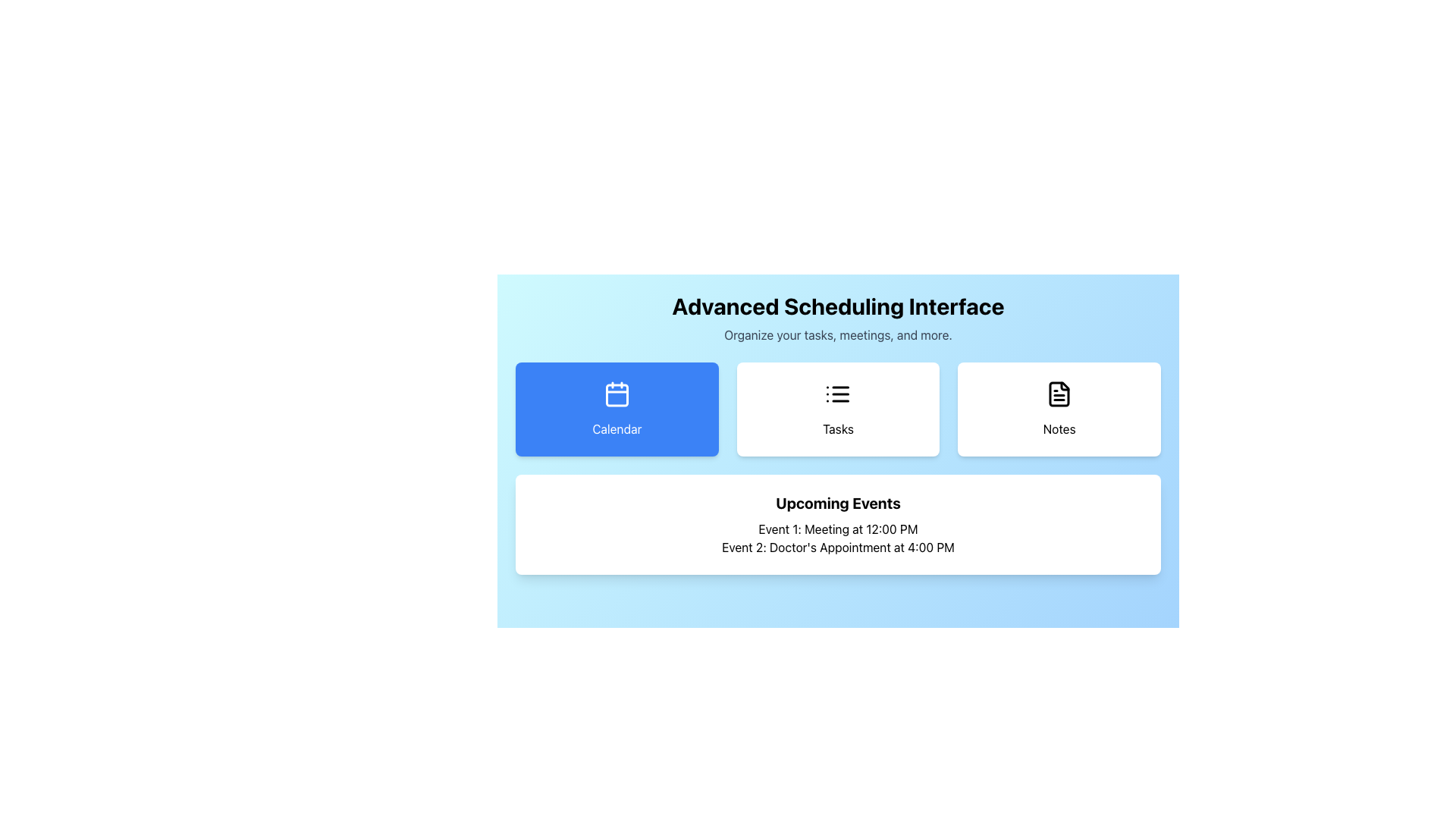  What do you see at coordinates (617, 394) in the screenshot?
I see `the decorative graphical element that represents the main body of the calendar icon located in the 'Calendar' card at the top-left segment of the interface` at bounding box center [617, 394].